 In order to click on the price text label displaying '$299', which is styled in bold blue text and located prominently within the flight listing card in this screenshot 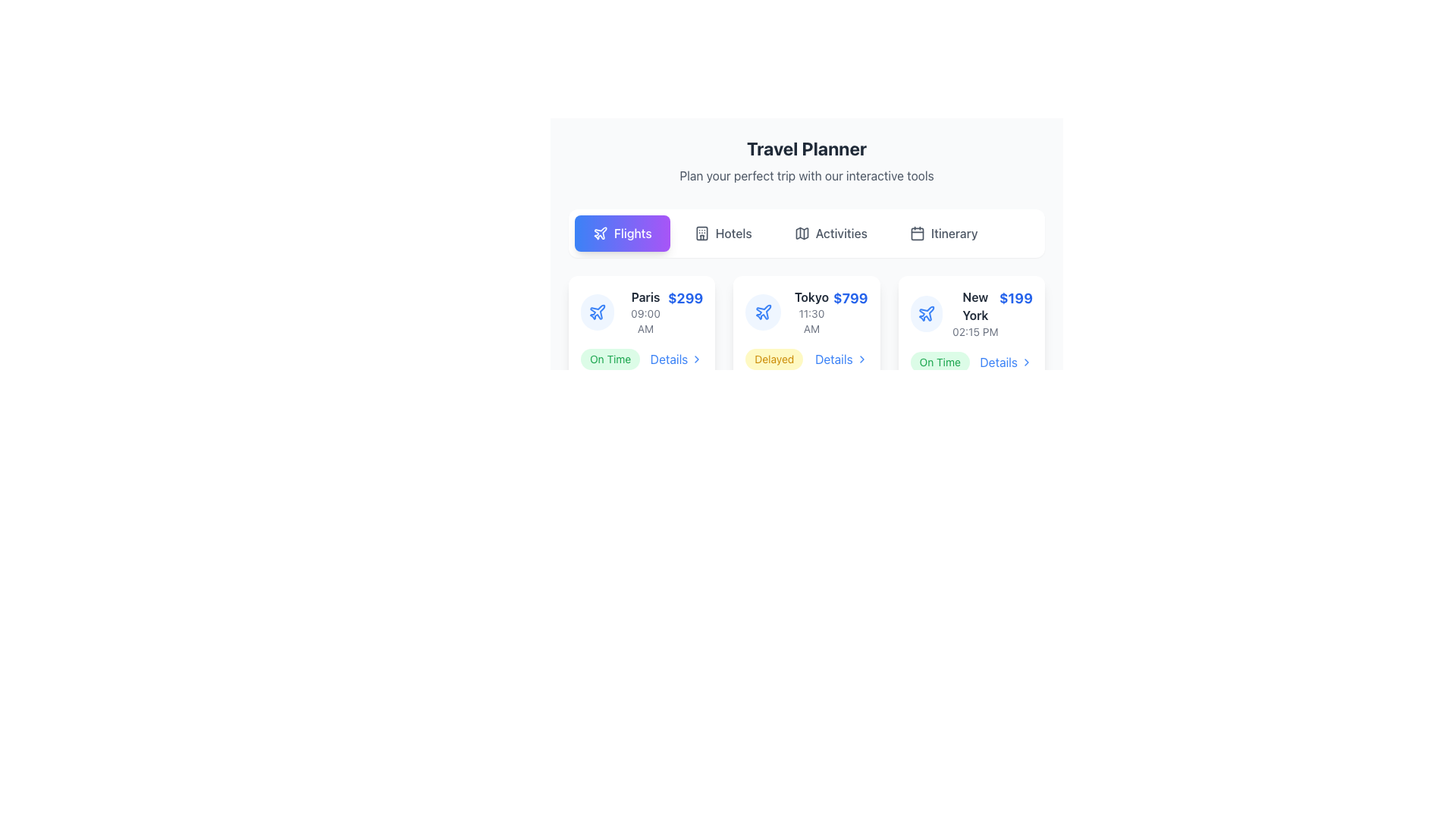, I will do `click(685, 298)`.